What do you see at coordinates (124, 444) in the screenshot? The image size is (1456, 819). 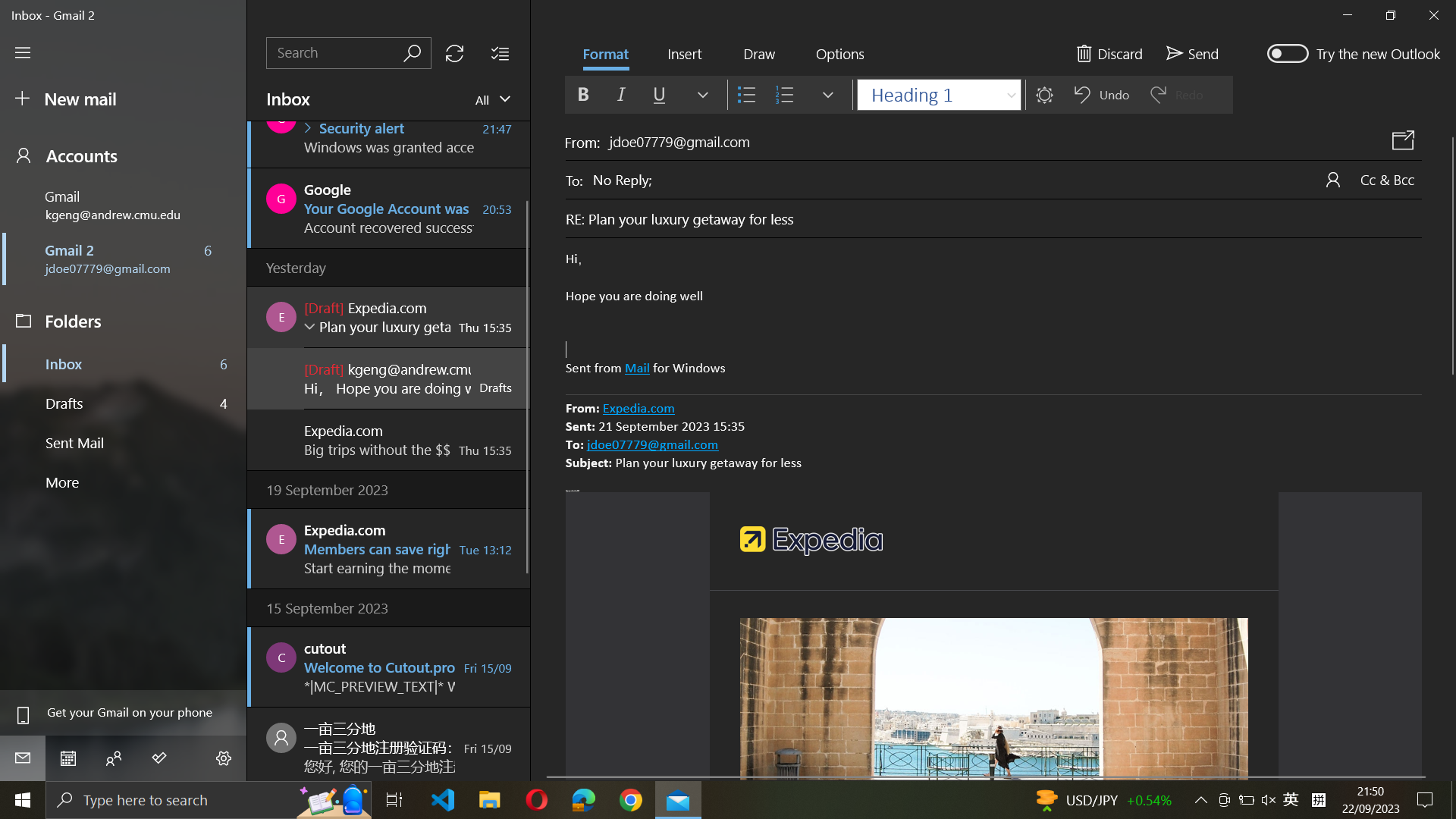 I see `Sent Mails section` at bounding box center [124, 444].